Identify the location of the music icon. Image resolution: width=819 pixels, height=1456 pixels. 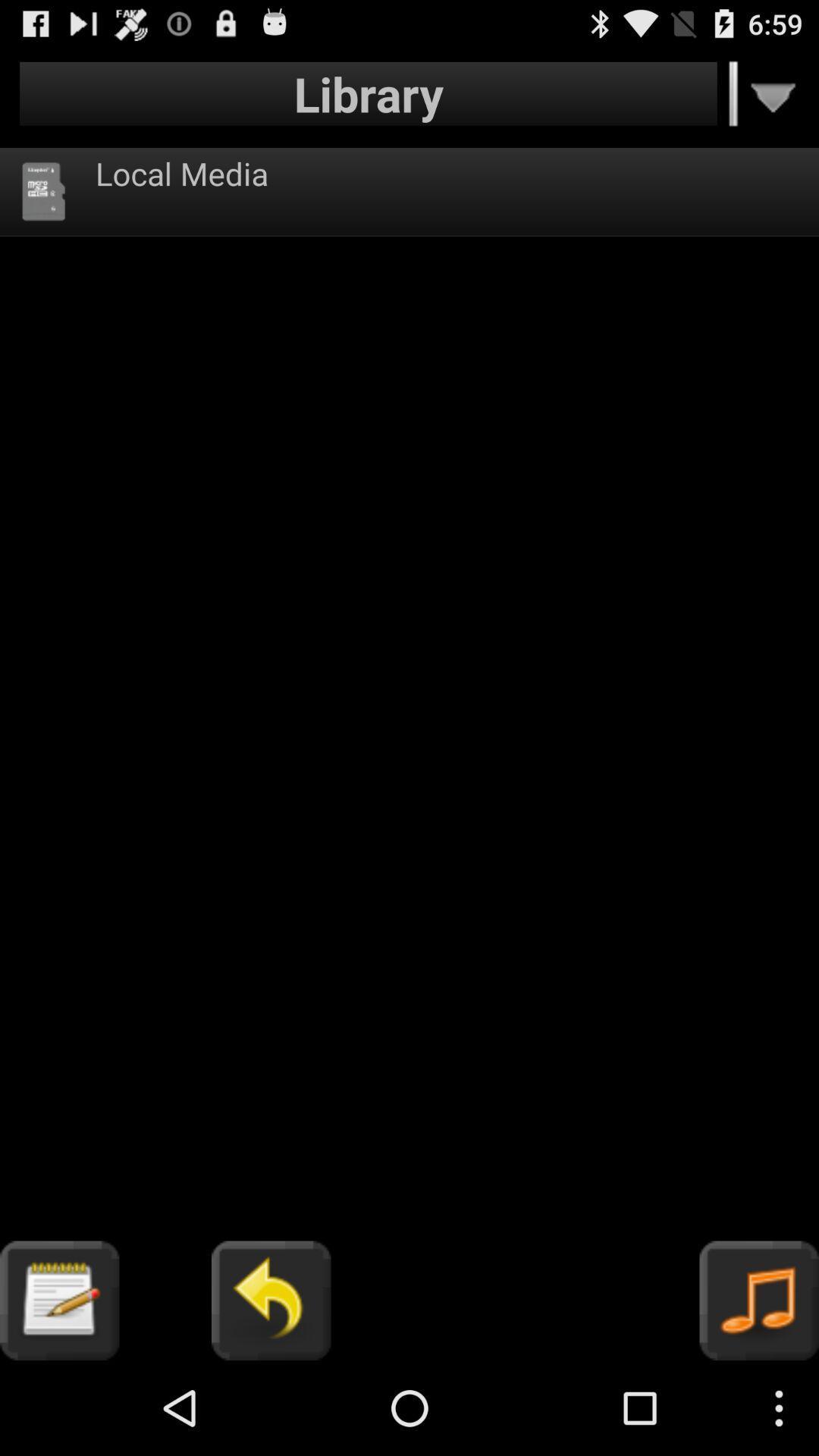
(759, 1392).